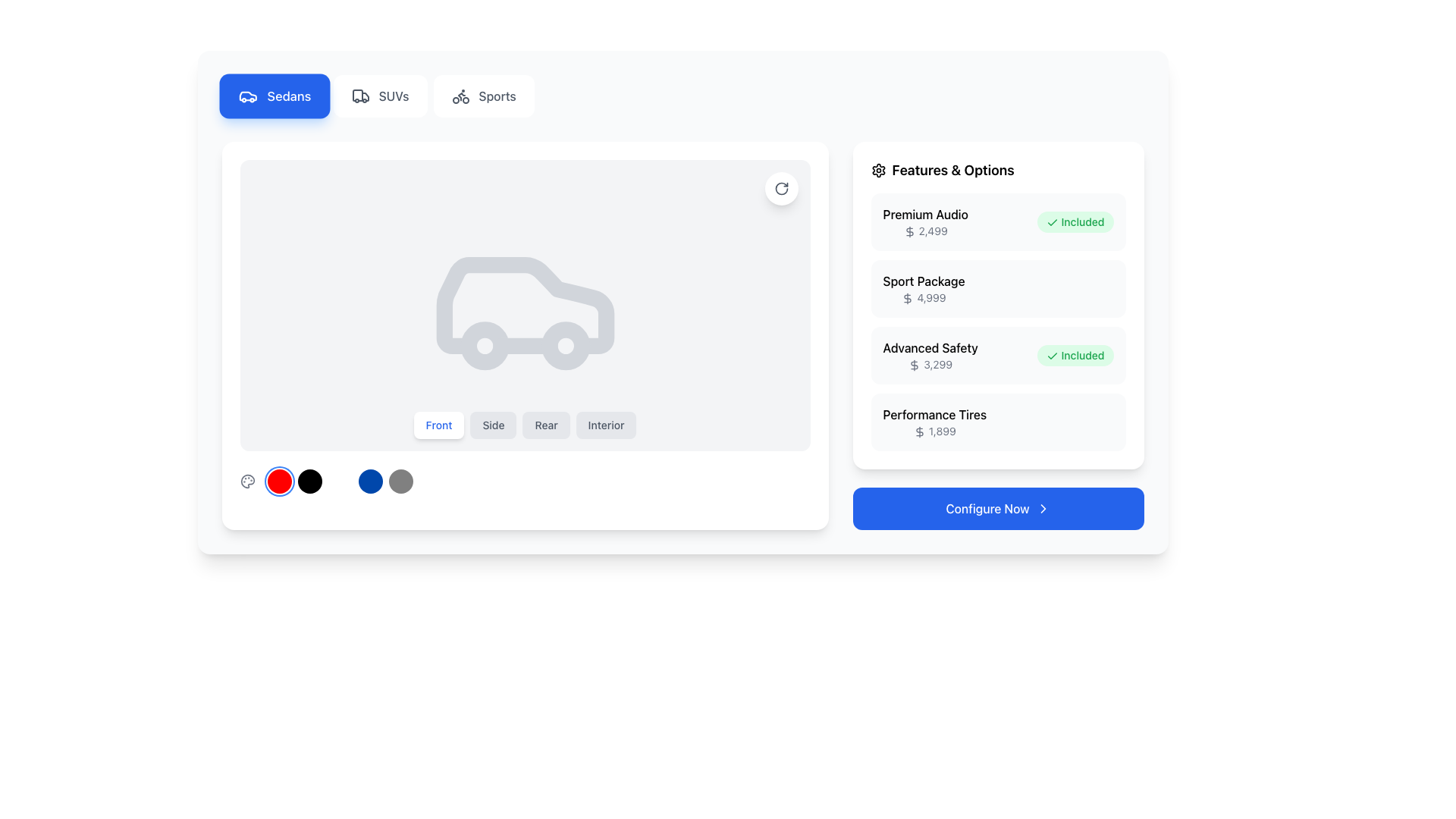 This screenshot has height=819, width=1456. What do you see at coordinates (484, 346) in the screenshot?
I see `the small circular shape which acts as a visual indicator near the lower left wheel of the outlined car graphic within the SVG element` at bounding box center [484, 346].